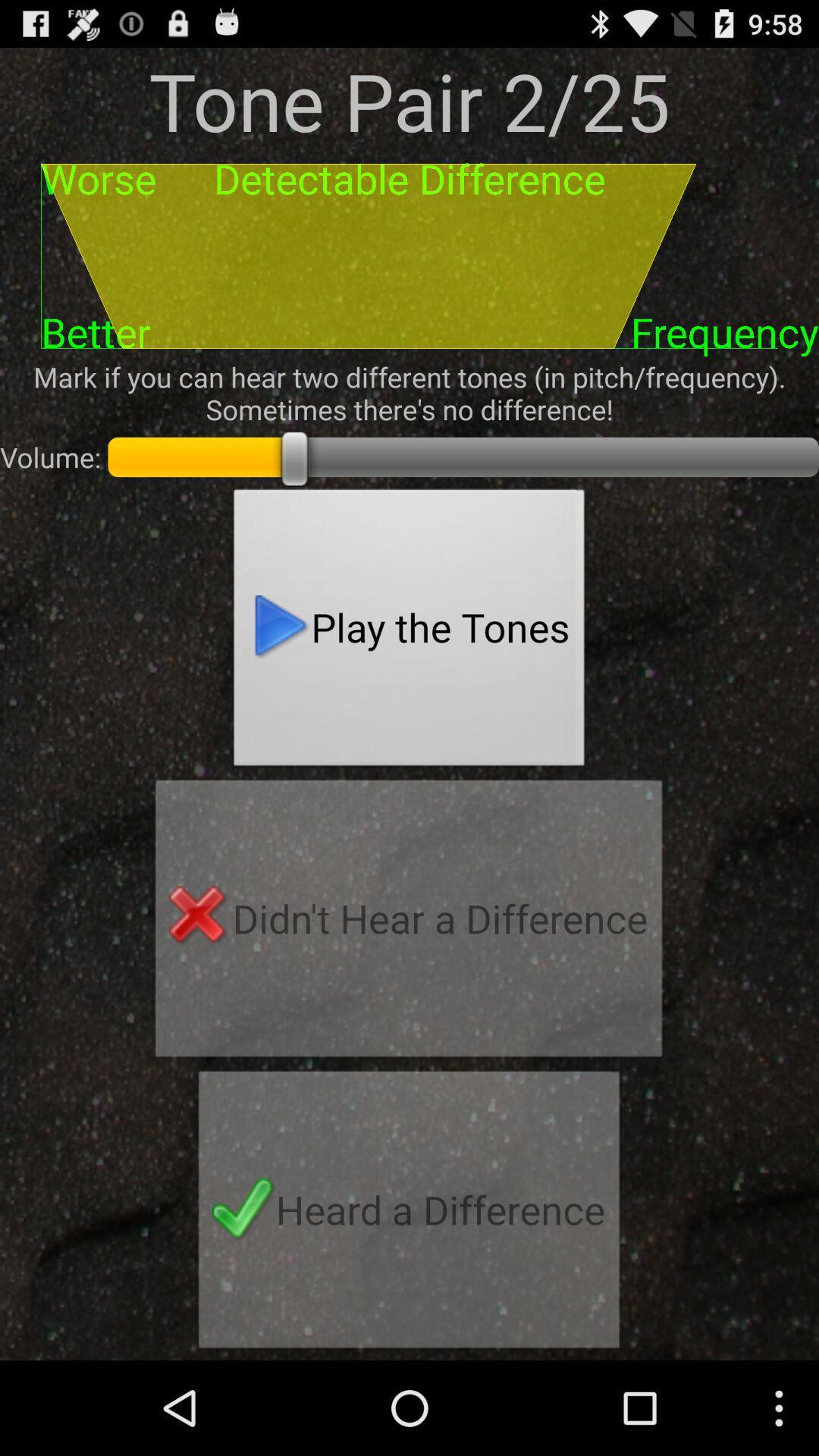  What do you see at coordinates (409, 632) in the screenshot?
I see `icon next to volume:  icon` at bounding box center [409, 632].